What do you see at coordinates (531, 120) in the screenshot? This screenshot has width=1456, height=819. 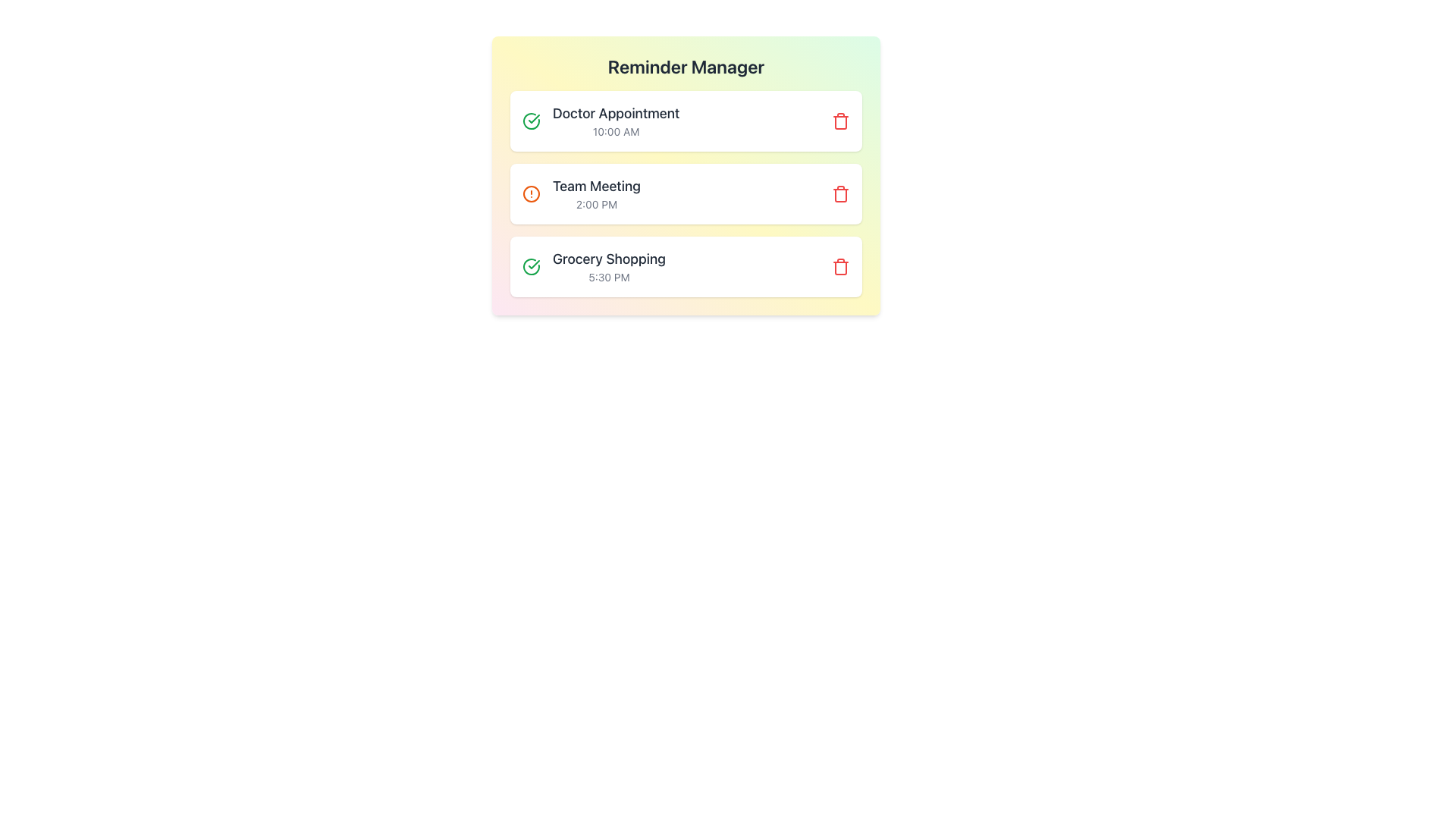 I see `the green circular icon containing a checkmark symbol located to the left of the 'Doctor Appointment' text in the top reminder entry of the 'Reminder Manager' list` at bounding box center [531, 120].